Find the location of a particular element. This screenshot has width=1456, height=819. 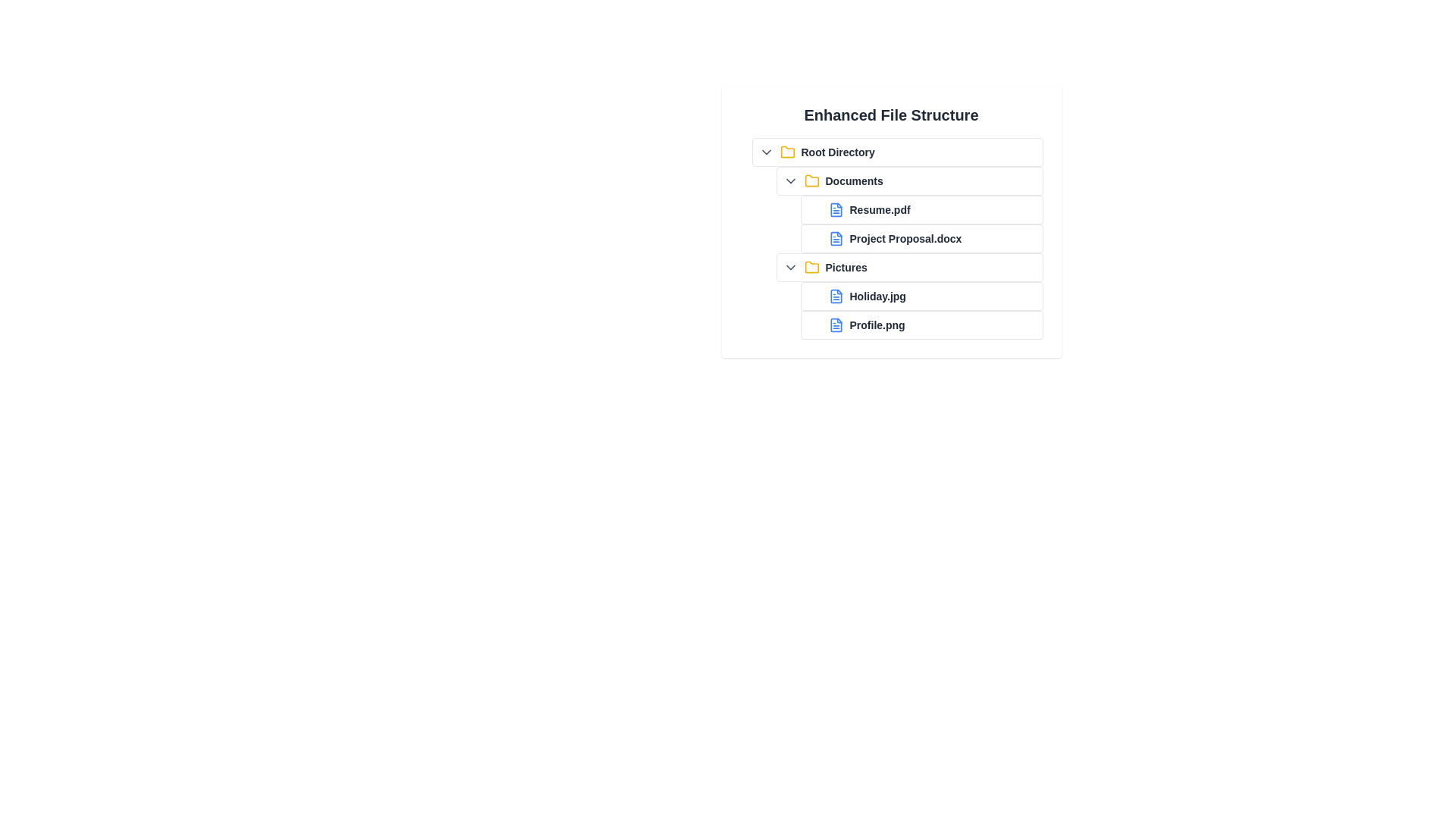

to select the file 'Project Proposal.docx' in the 'Documents' folder of the file manager interface is located at coordinates (915, 239).